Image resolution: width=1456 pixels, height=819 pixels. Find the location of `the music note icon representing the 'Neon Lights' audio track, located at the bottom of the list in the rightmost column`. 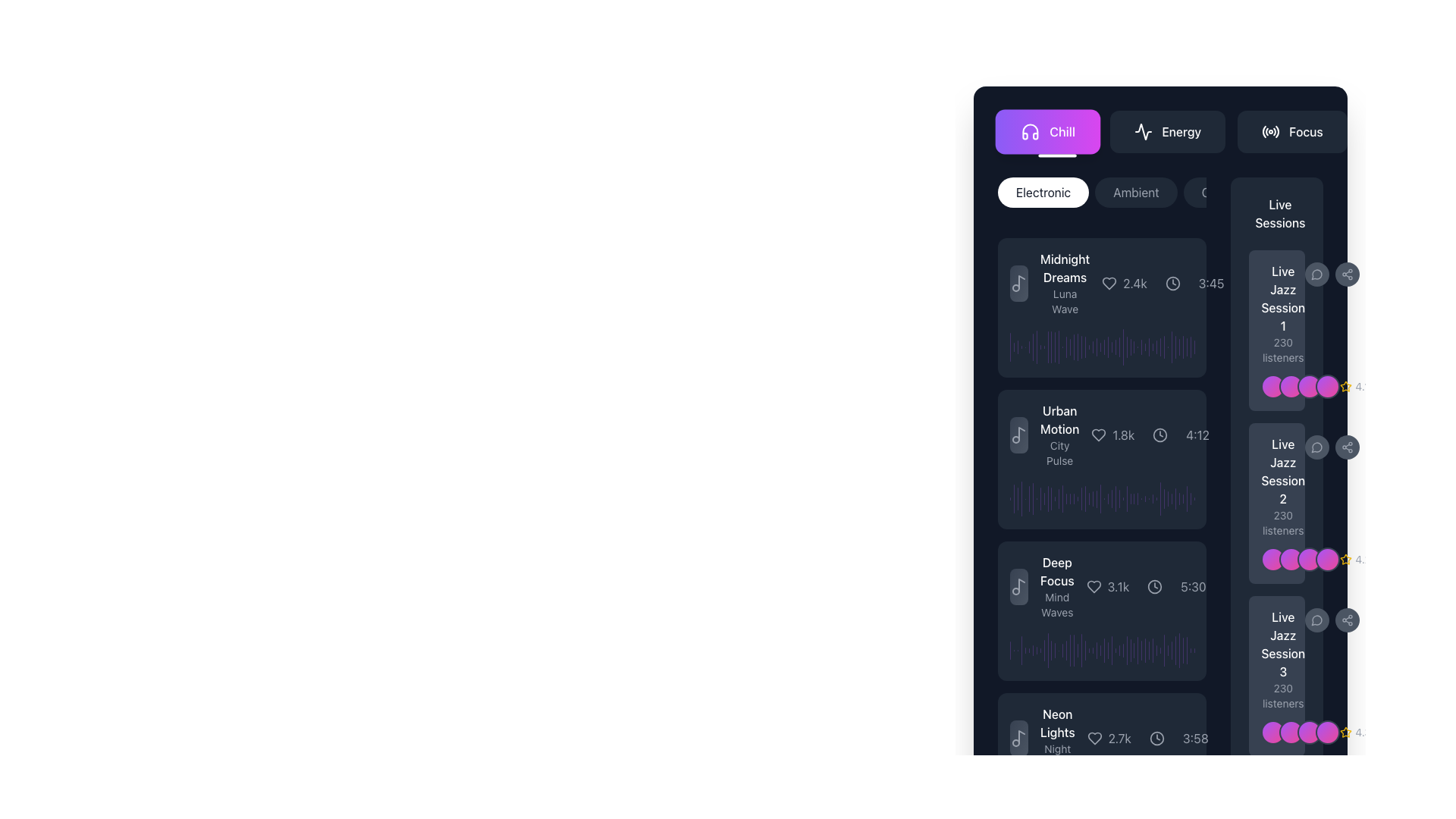

the music note icon representing the 'Neon Lights' audio track, located at the bottom of the list in the rightmost column is located at coordinates (1019, 738).